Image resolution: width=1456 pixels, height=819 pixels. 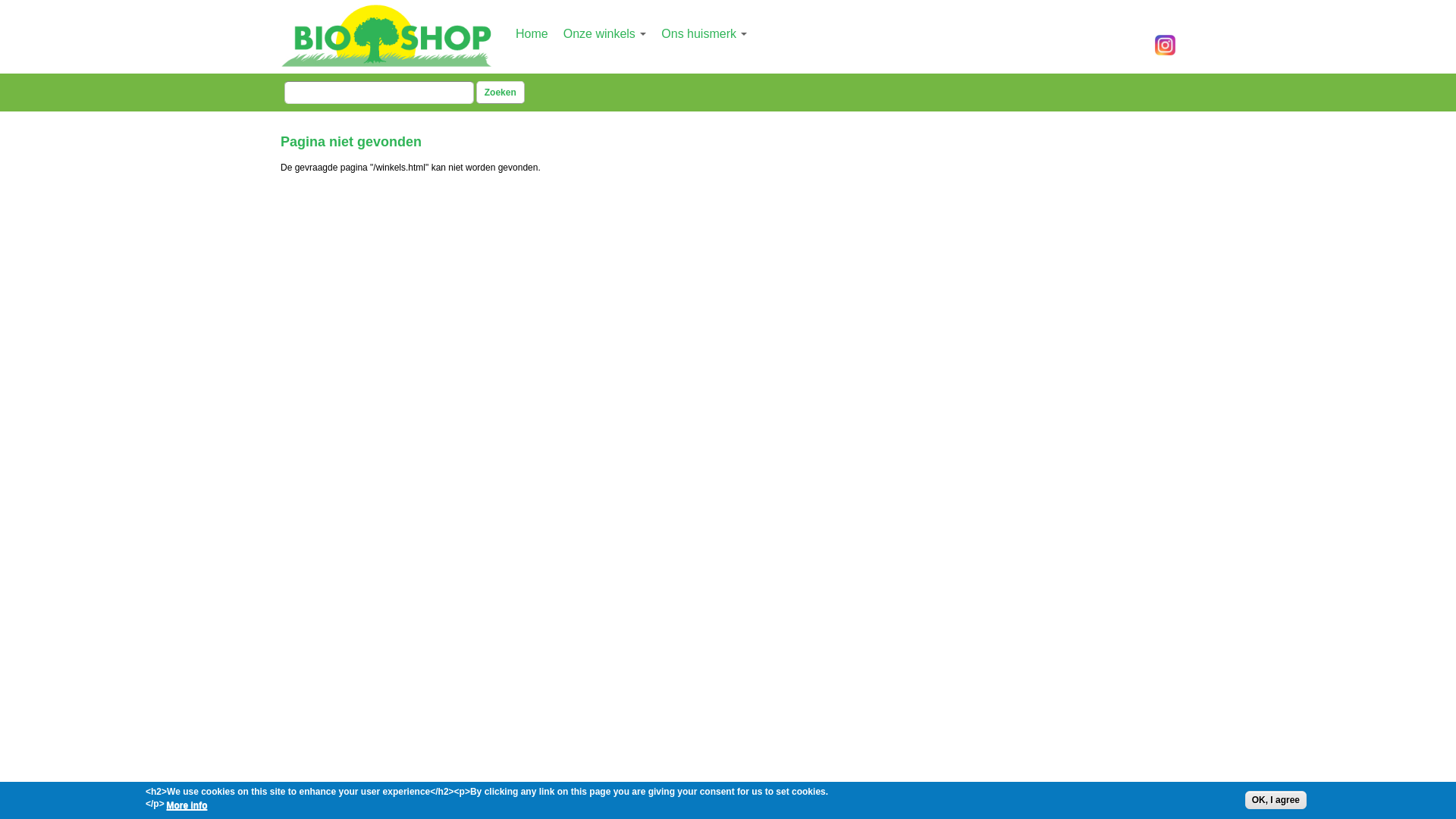 I want to click on 'OK, I agree', so click(x=1244, y=799).